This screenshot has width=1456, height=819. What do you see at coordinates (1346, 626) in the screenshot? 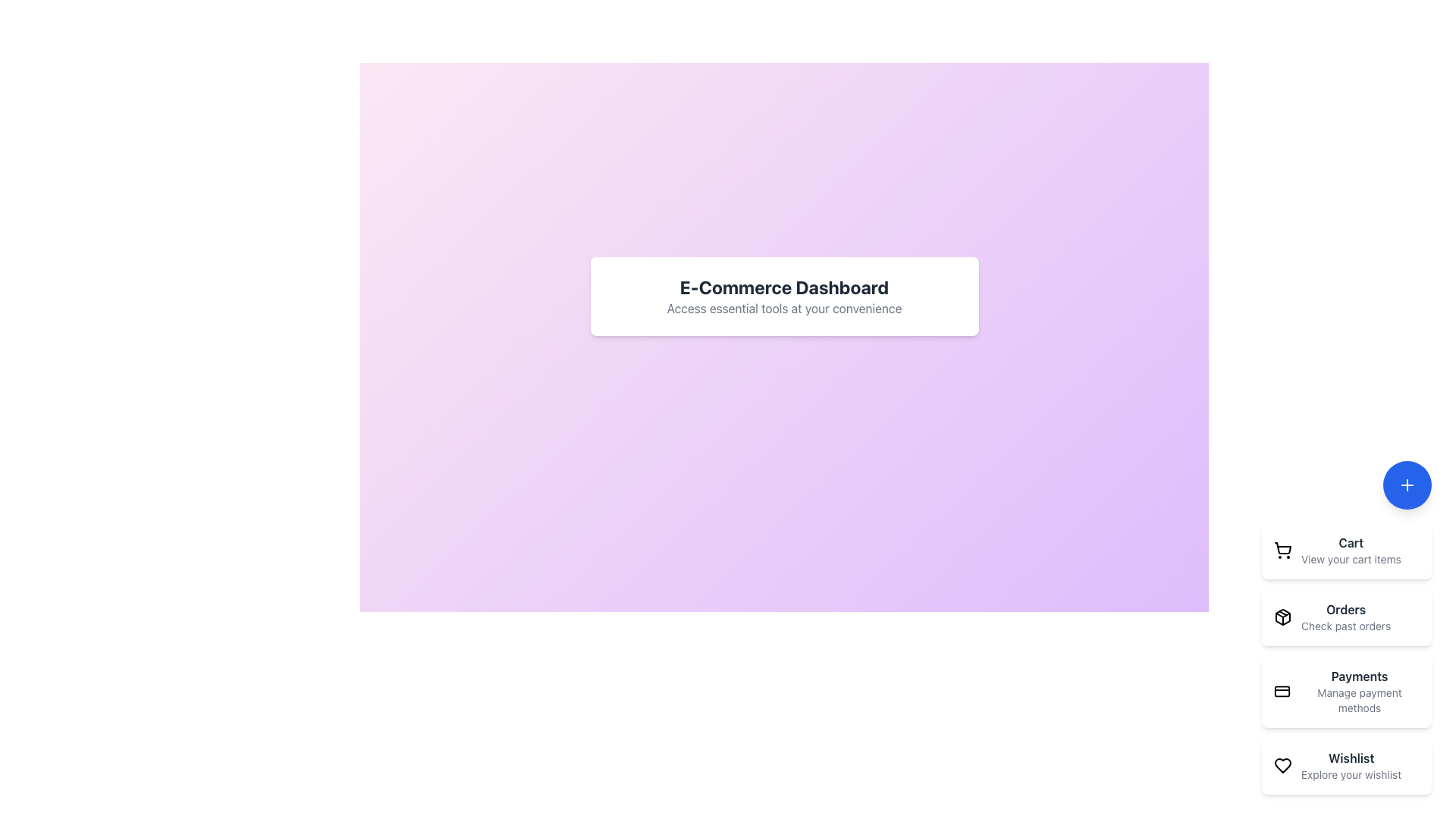
I see `the 'Check past orders' text label, which is styled in gray and located beneath the 'Orders' title in the right-hand vertical menu` at bounding box center [1346, 626].